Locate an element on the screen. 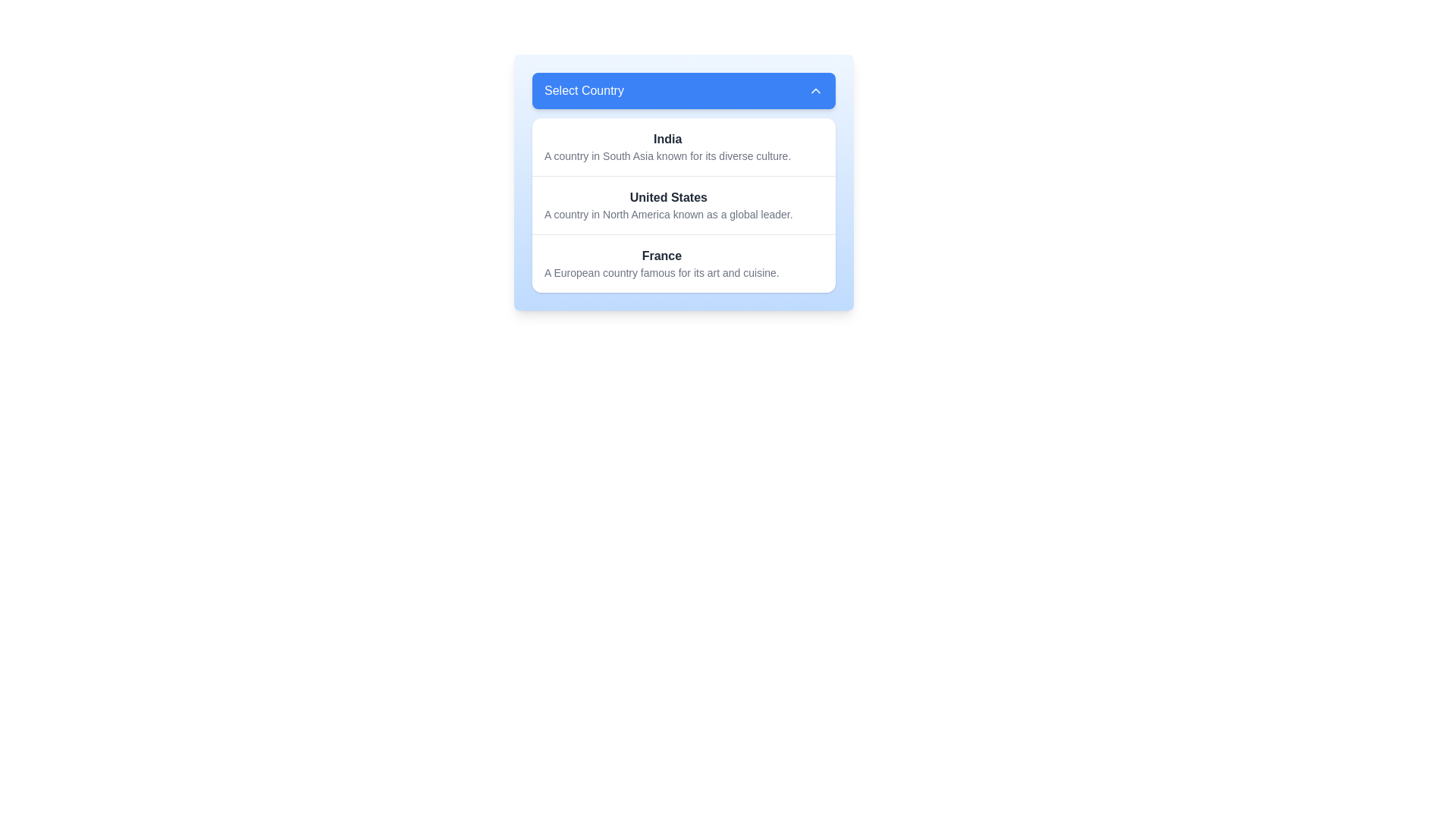 Image resolution: width=1456 pixels, height=819 pixels. the 'Select Country' dropdown selector is located at coordinates (683, 181).